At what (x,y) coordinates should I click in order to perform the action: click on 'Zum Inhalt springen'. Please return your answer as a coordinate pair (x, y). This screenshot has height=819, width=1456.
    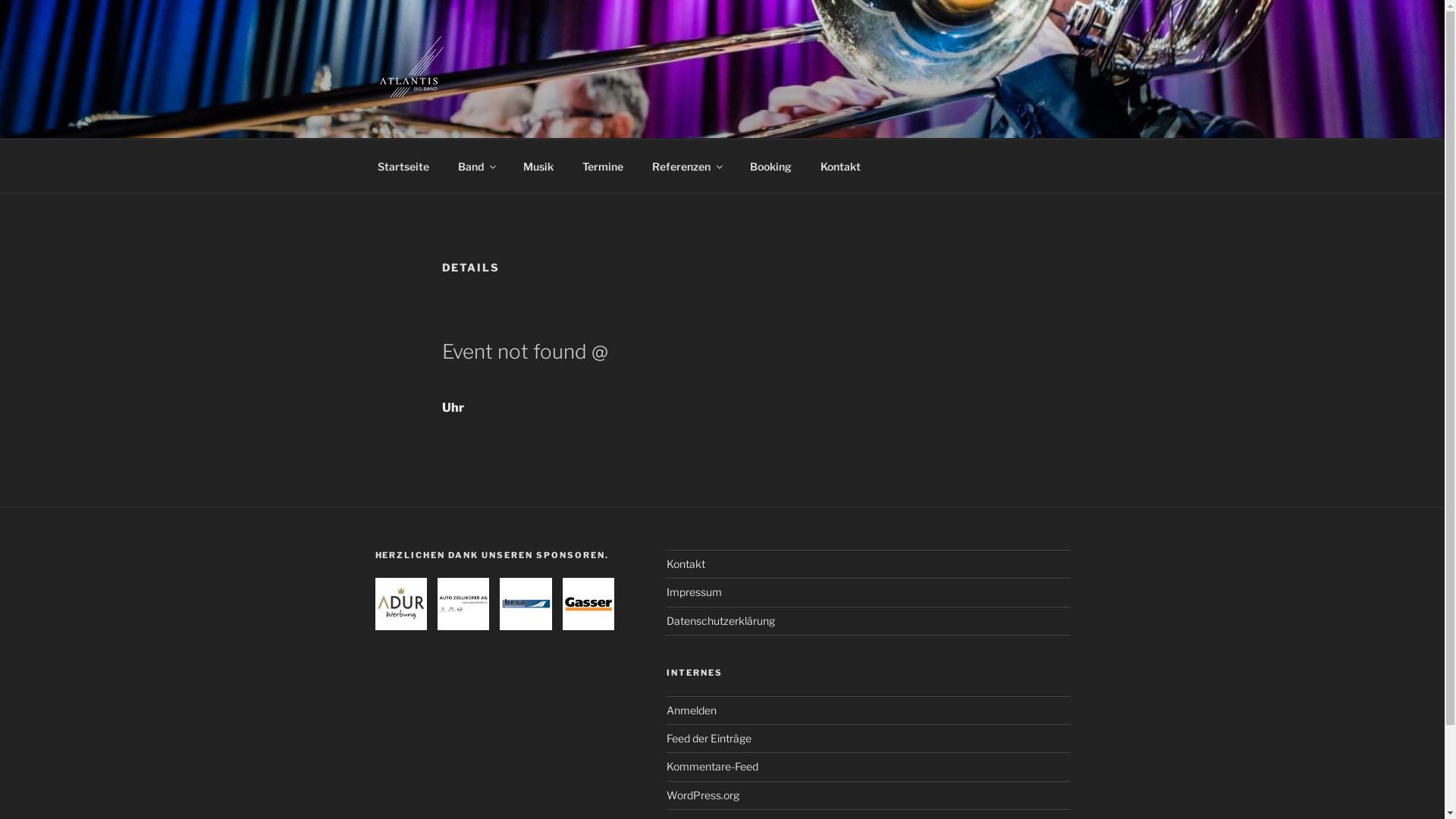
    Looking at the image, I should click on (0, 0).